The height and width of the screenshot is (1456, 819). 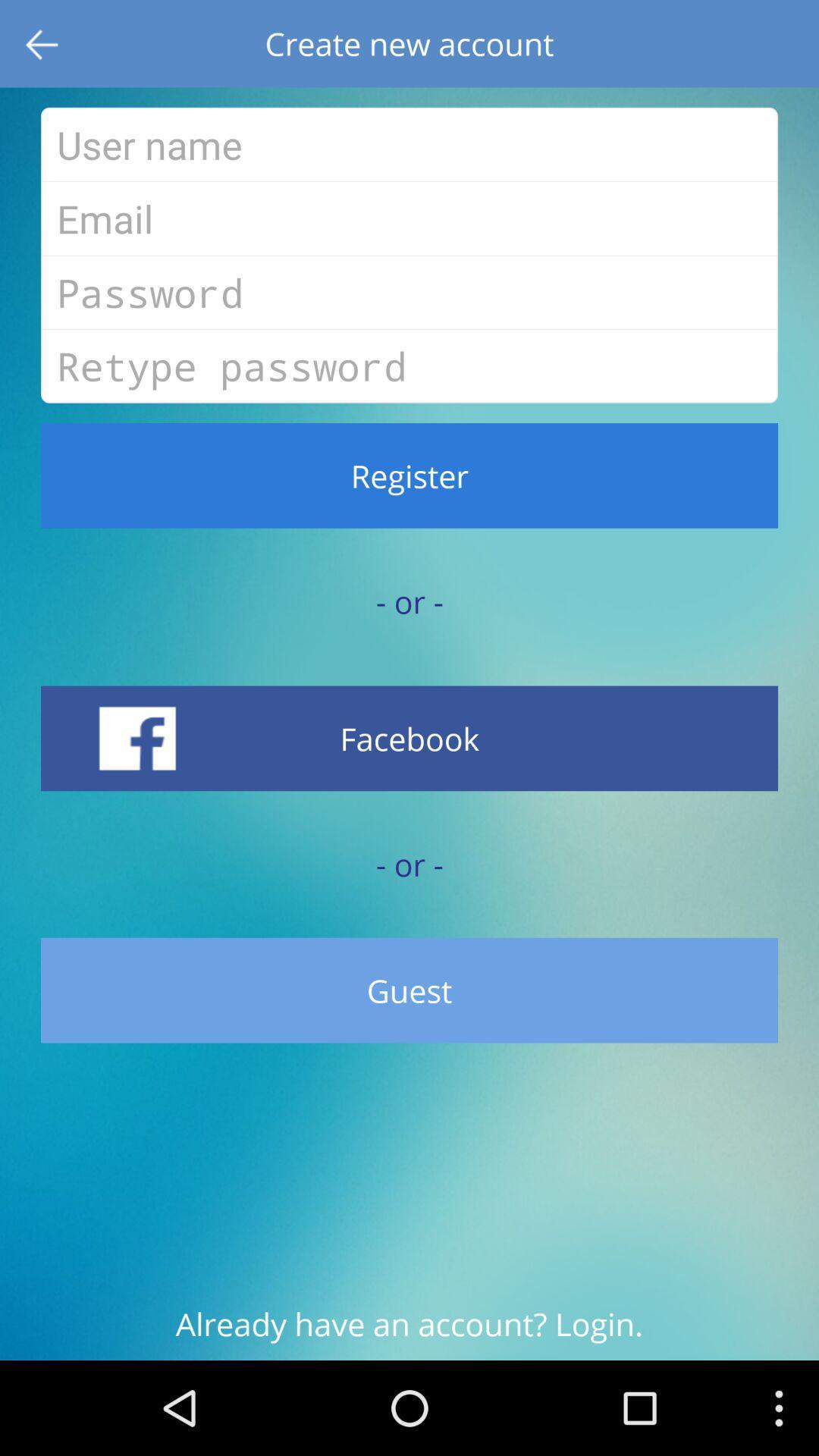 What do you see at coordinates (409, 475) in the screenshot?
I see `the register item` at bounding box center [409, 475].